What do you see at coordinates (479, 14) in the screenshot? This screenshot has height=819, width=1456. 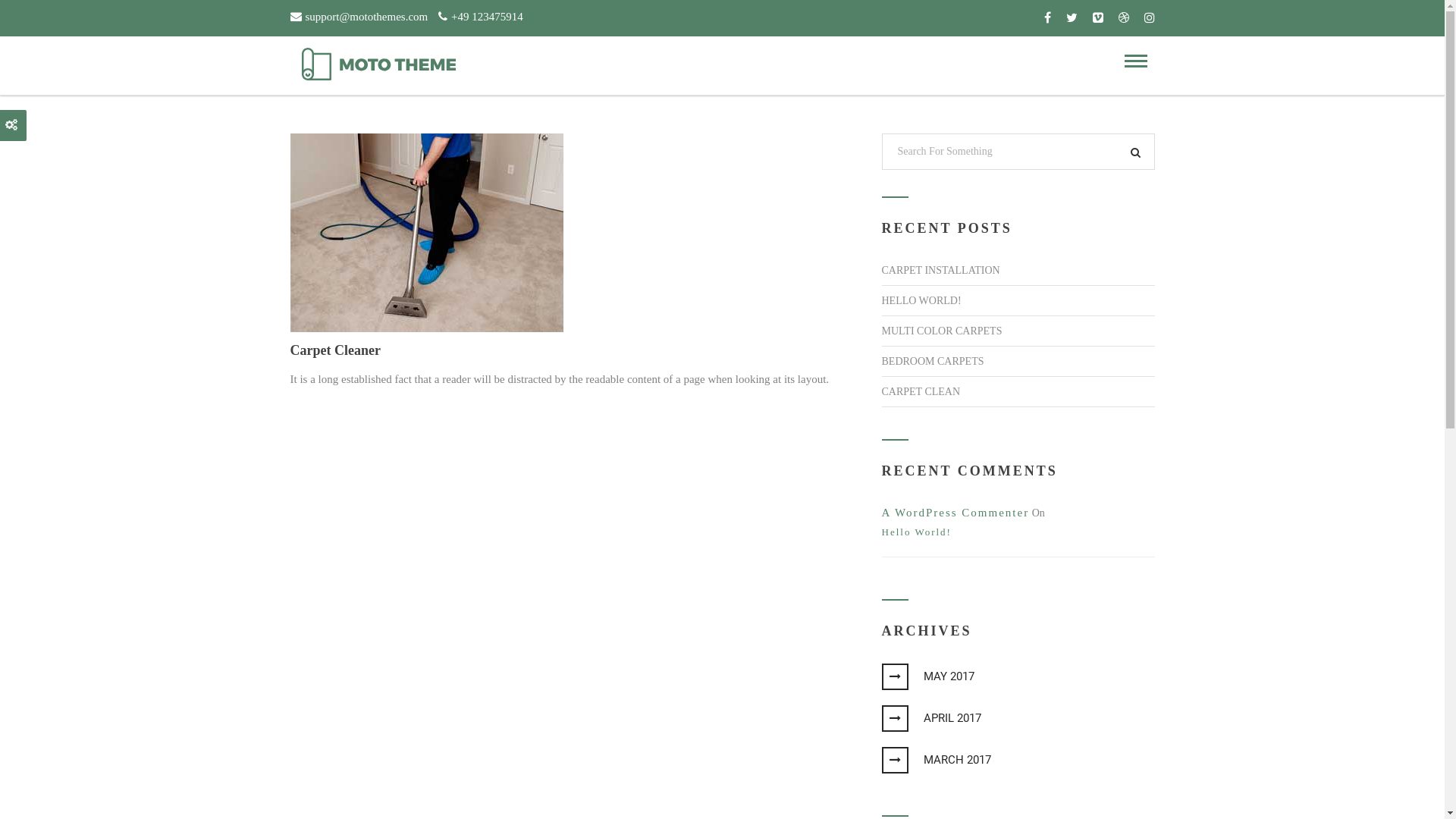 I see `'+49 123475914'` at bounding box center [479, 14].